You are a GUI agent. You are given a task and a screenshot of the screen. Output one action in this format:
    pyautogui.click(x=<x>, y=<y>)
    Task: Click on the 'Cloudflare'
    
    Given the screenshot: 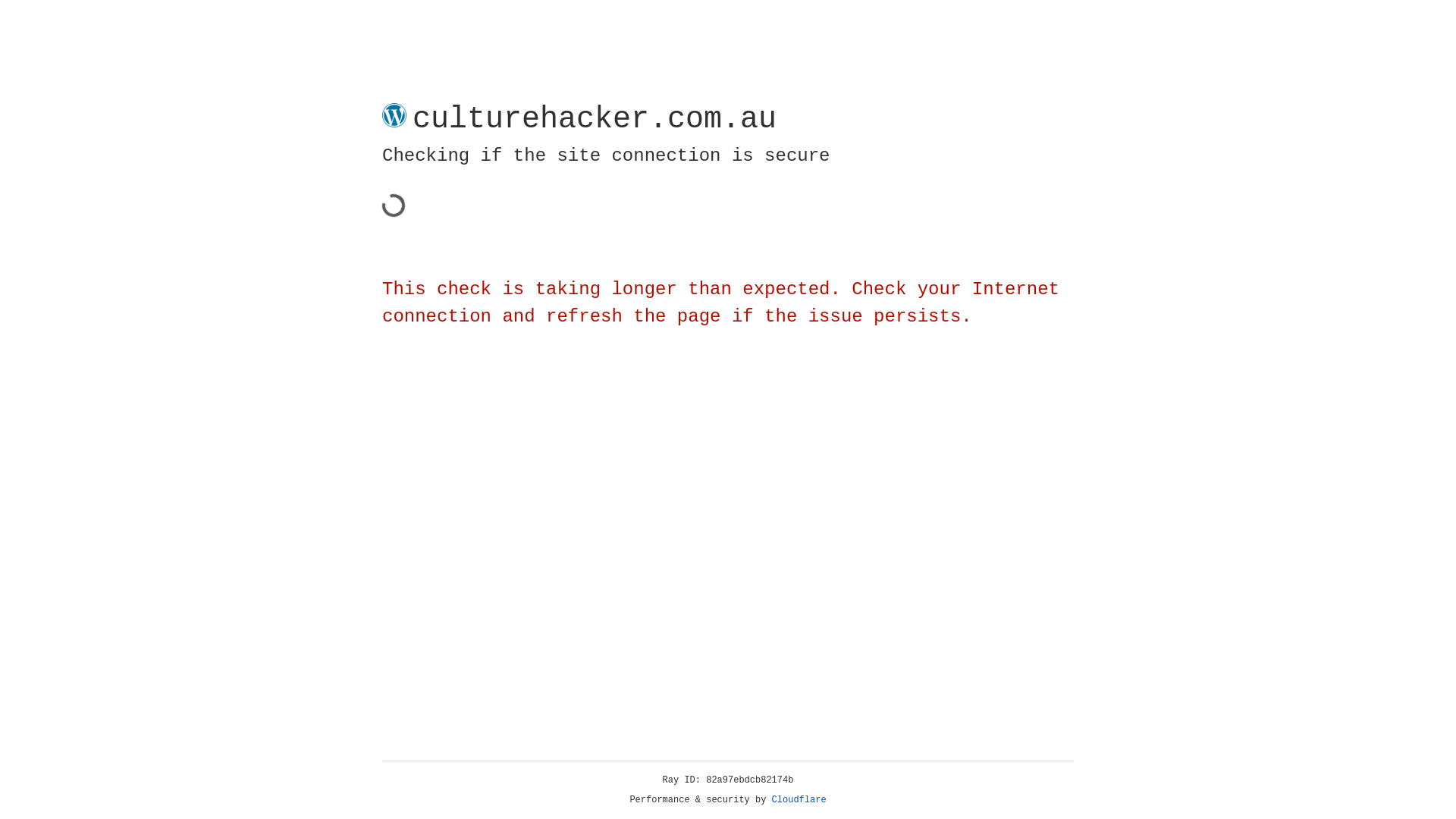 What is the action you would take?
    pyautogui.click(x=799, y=799)
    